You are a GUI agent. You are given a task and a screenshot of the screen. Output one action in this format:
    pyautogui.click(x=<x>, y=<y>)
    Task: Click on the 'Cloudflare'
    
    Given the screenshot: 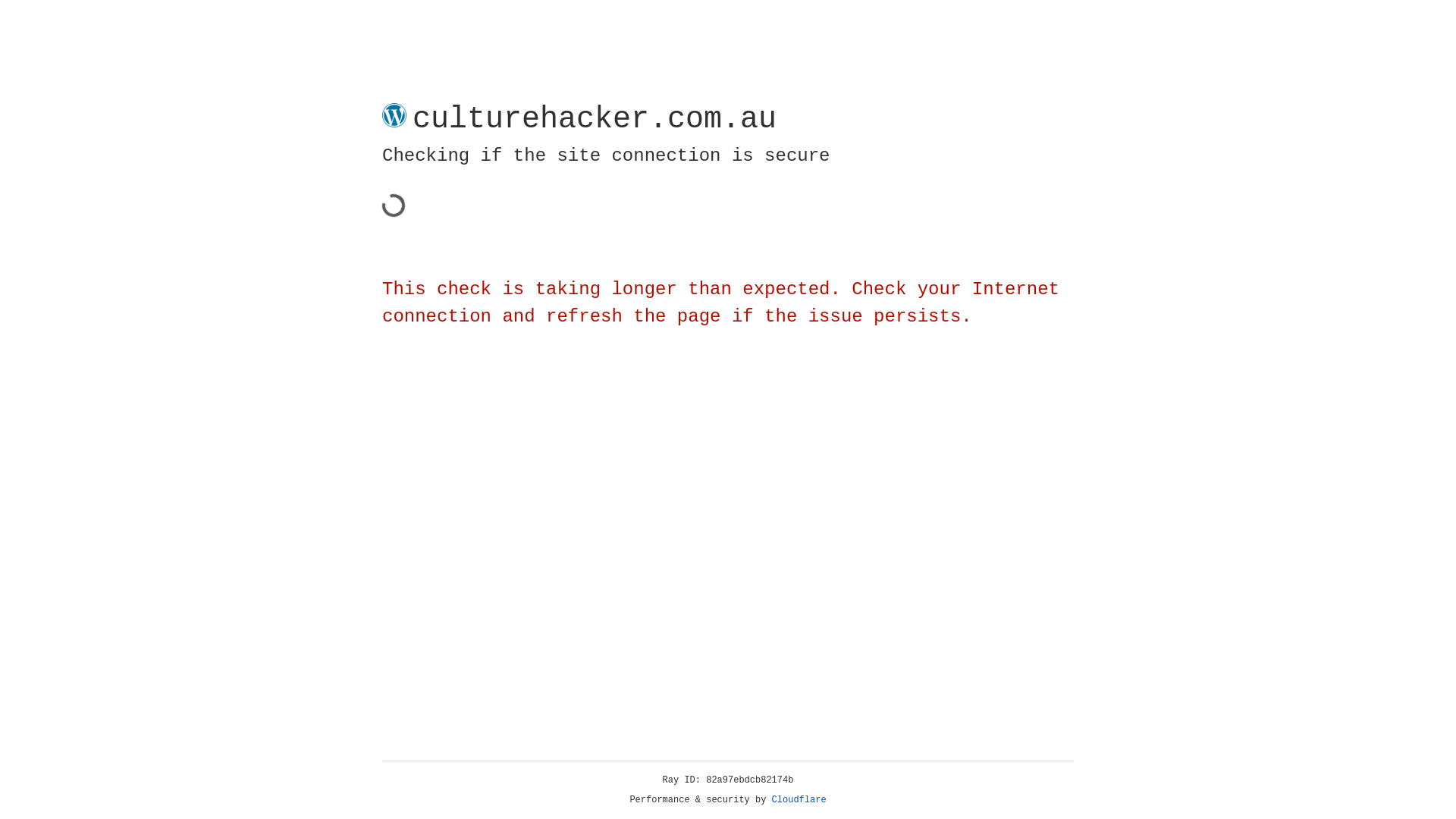 What is the action you would take?
    pyautogui.click(x=799, y=799)
    